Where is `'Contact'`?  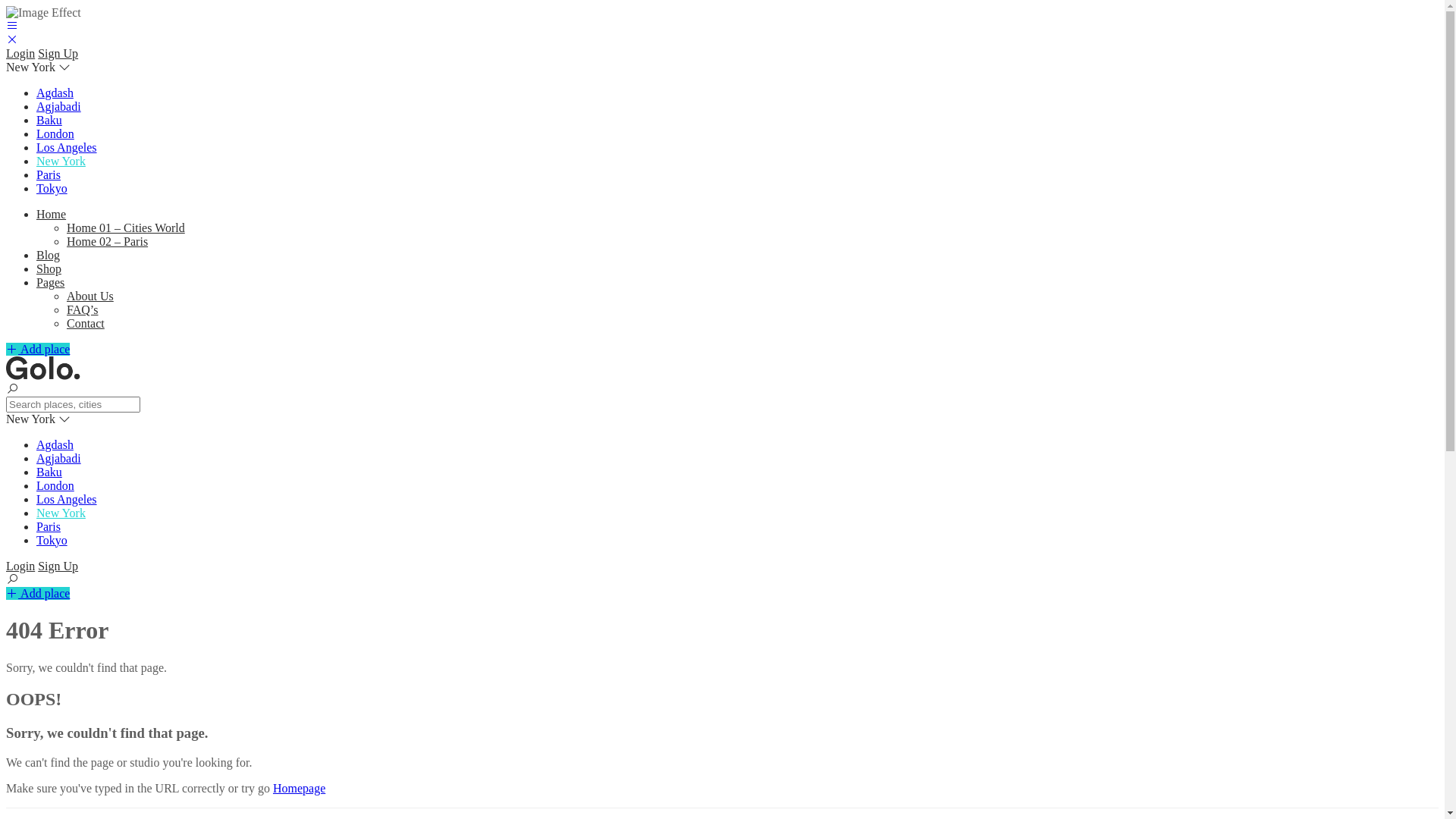 'Contact' is located at coordinates (65, 322).